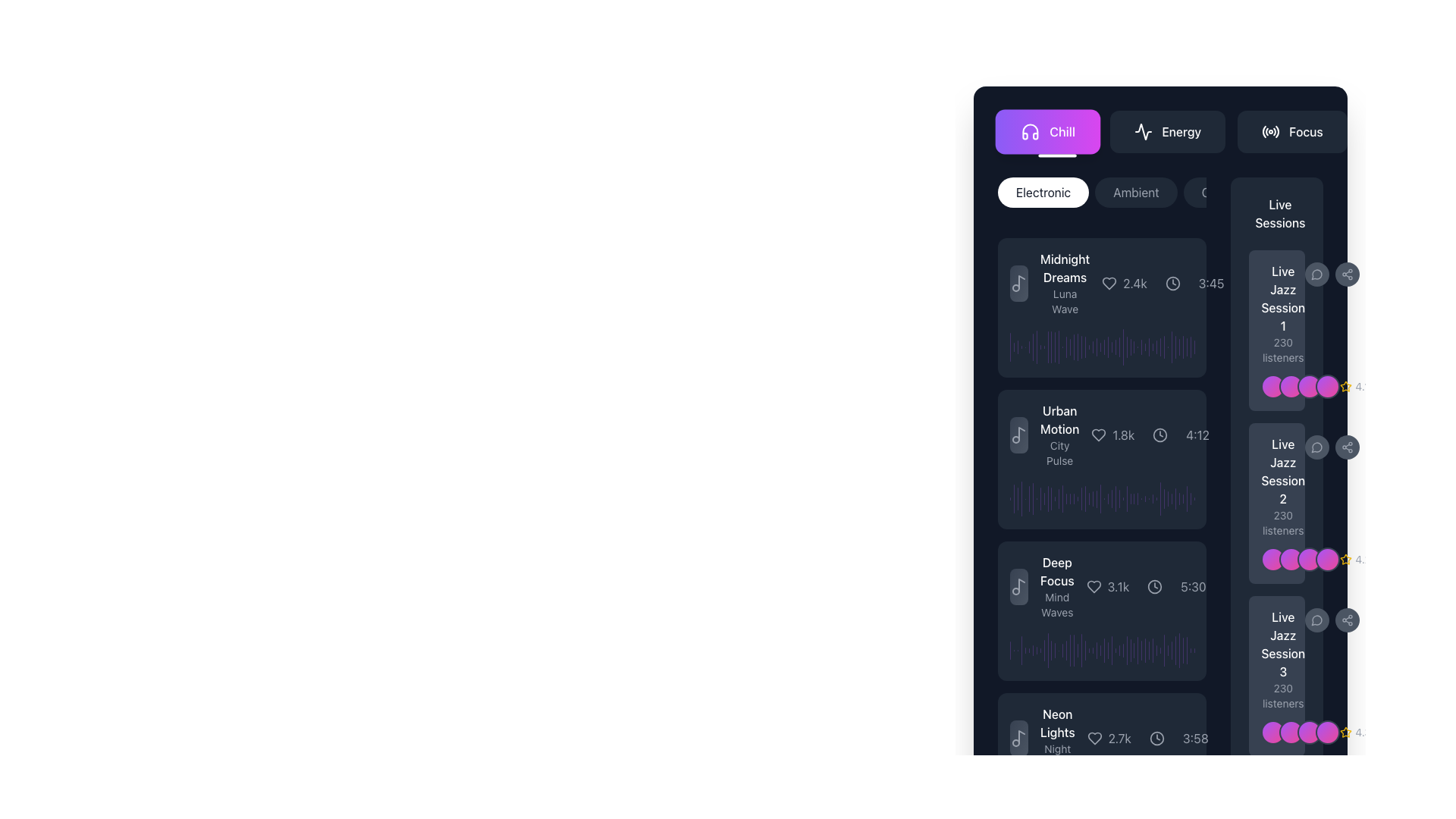  I want to click on the first circular avatar or user indicator located in the bottom right section of the interface, next to the 'Live Jazz Session 3' label, so click(1273, 731).